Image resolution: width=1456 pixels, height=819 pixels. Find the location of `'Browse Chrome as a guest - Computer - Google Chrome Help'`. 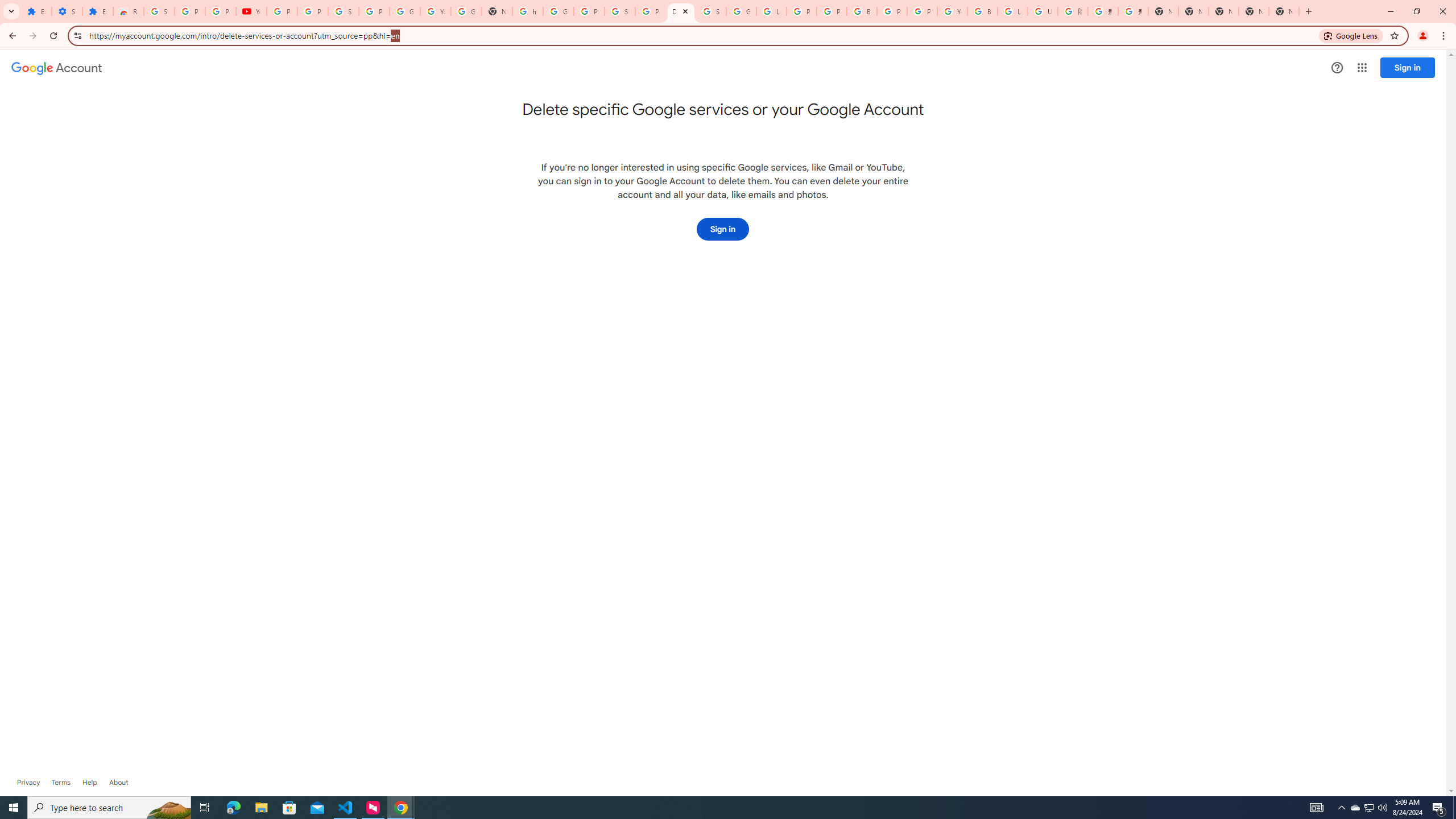

'Browse Chrome as a guest - Computer - Google Chrome Help' is located at coordinates (983, 11).